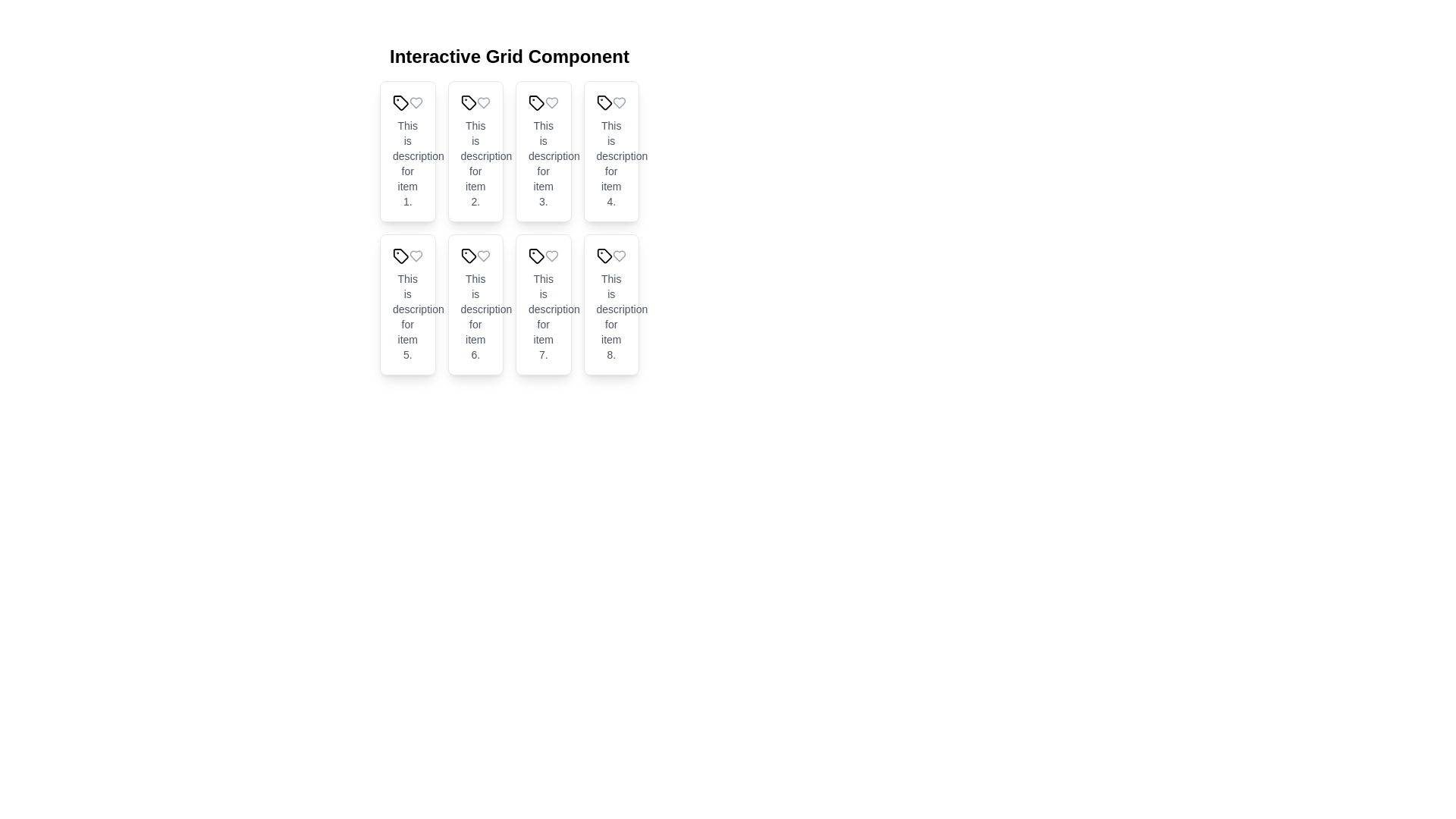 The width and height of the screenshot is (1456, 819). What do you see at coordinates (536, 256) in the screenshot?
I see `the small tag-like icon with a black stroke on a white background located in the seventh tile of the grid` at bounding box center [536, 256].